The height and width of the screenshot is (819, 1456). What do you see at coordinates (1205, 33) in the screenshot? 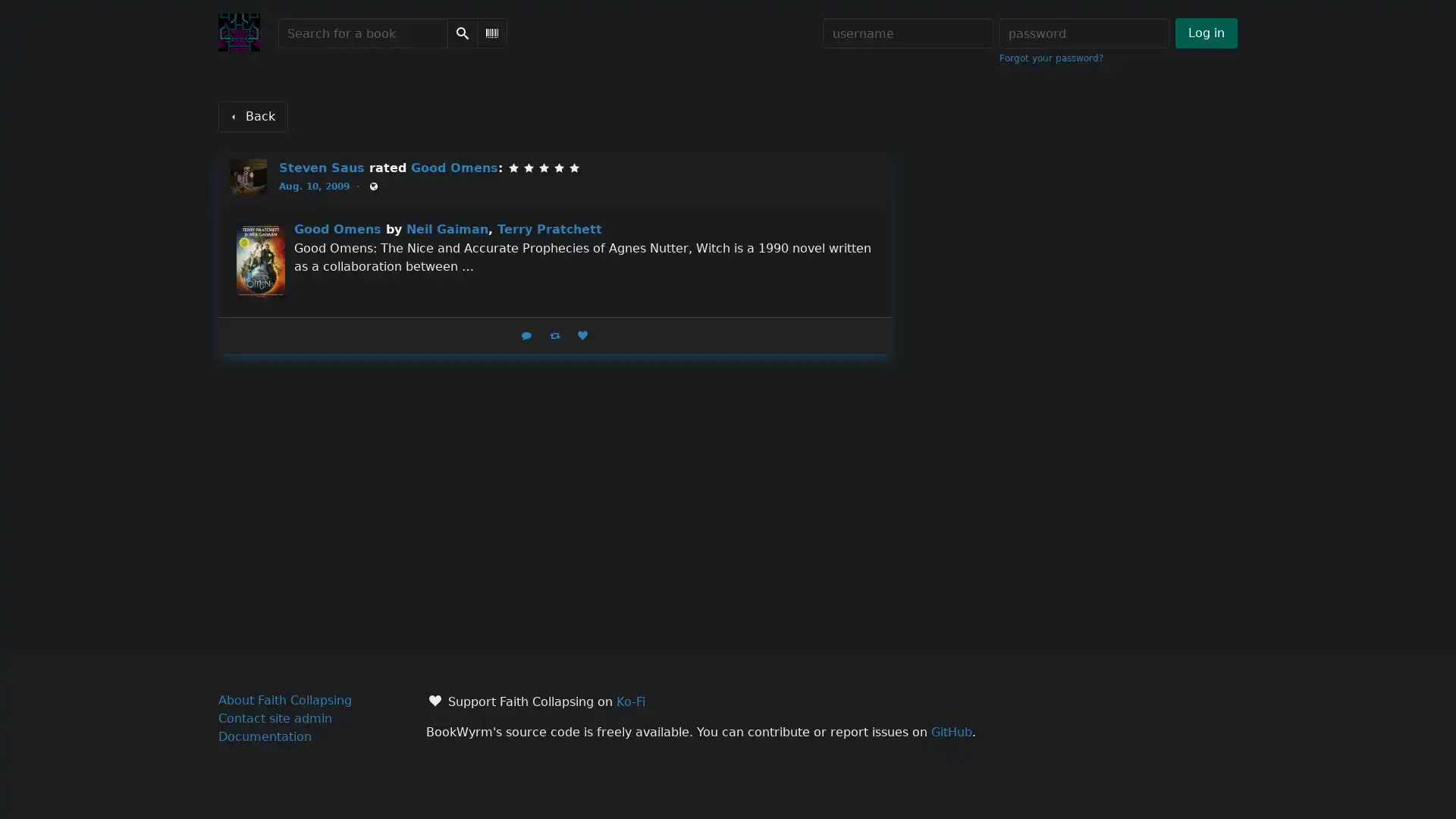
I see `Log in` at bounding box center [1205, 33].